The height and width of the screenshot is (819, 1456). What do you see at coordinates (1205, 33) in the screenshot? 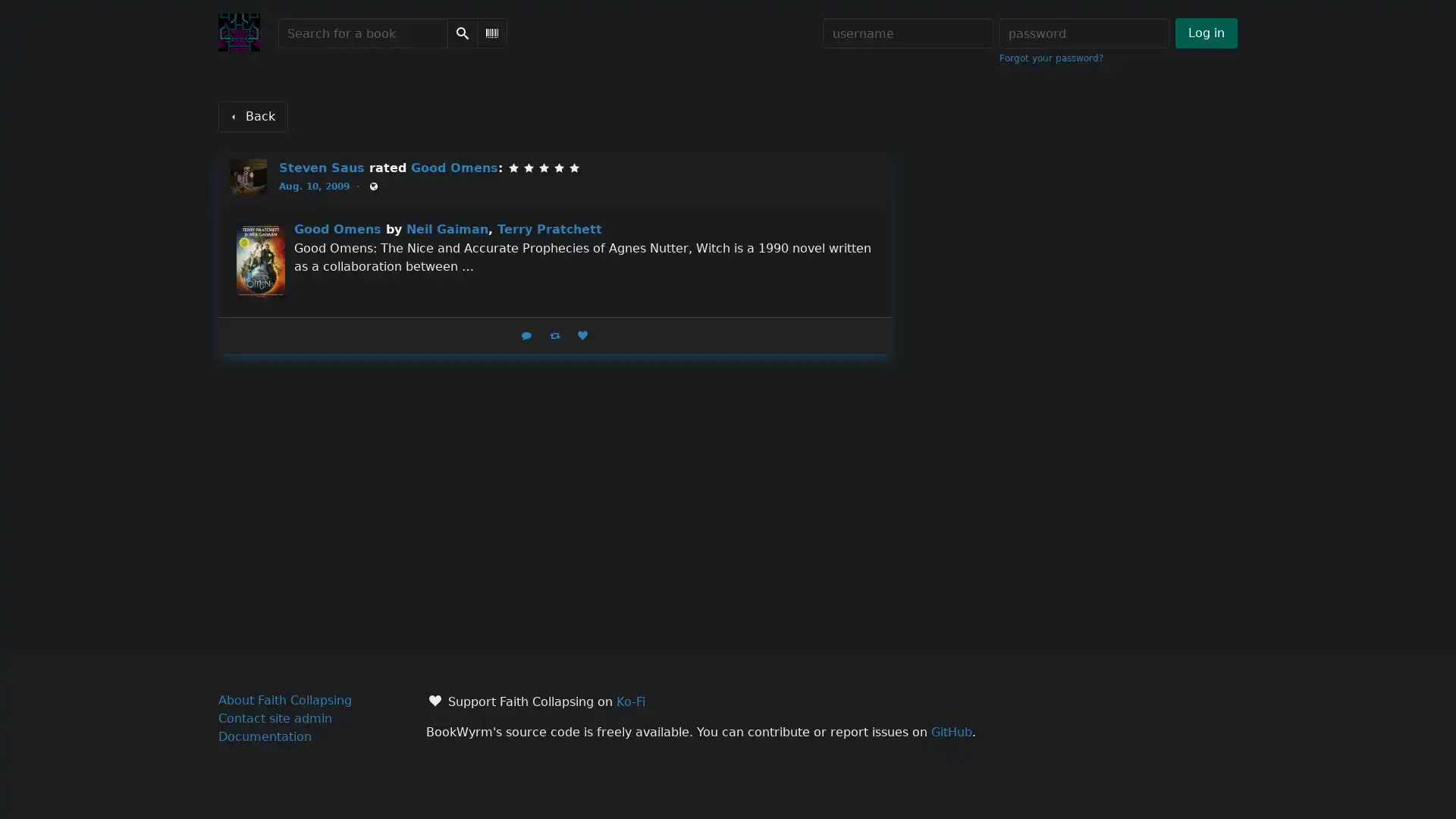
I see `Log in` at bounding box center [1205, 33].